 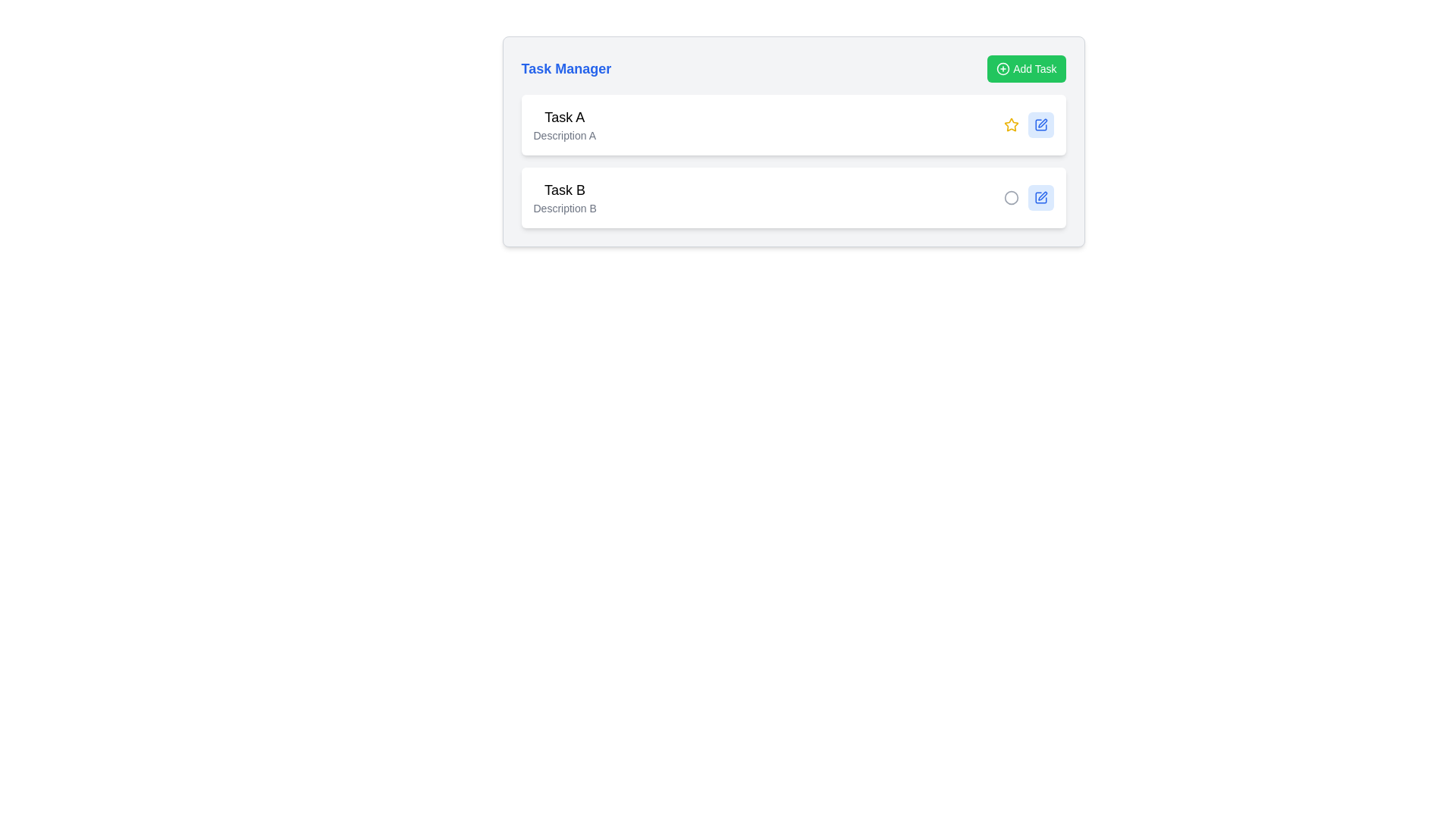 I want to click on the Text label that serves as the title or heading for the task manager interface, positioned in the top-left part of the header, aligned to the left of the 'Add Task' button, so click(x=565, y=69).